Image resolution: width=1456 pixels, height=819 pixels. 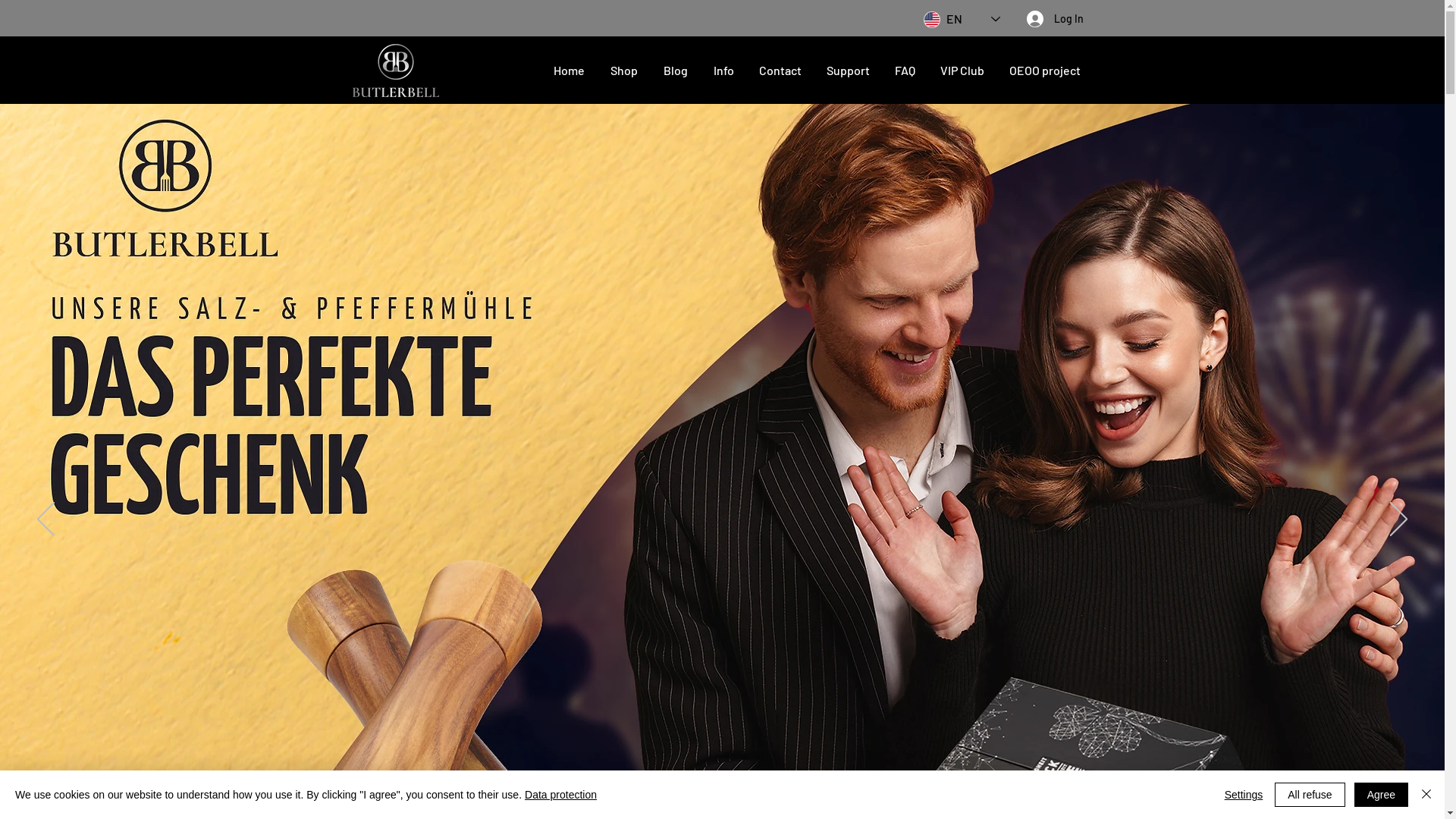 What do you see at coordinates (596, 70) in the screenshot?
I see `'Shop'` at bounding box center [596, 70].